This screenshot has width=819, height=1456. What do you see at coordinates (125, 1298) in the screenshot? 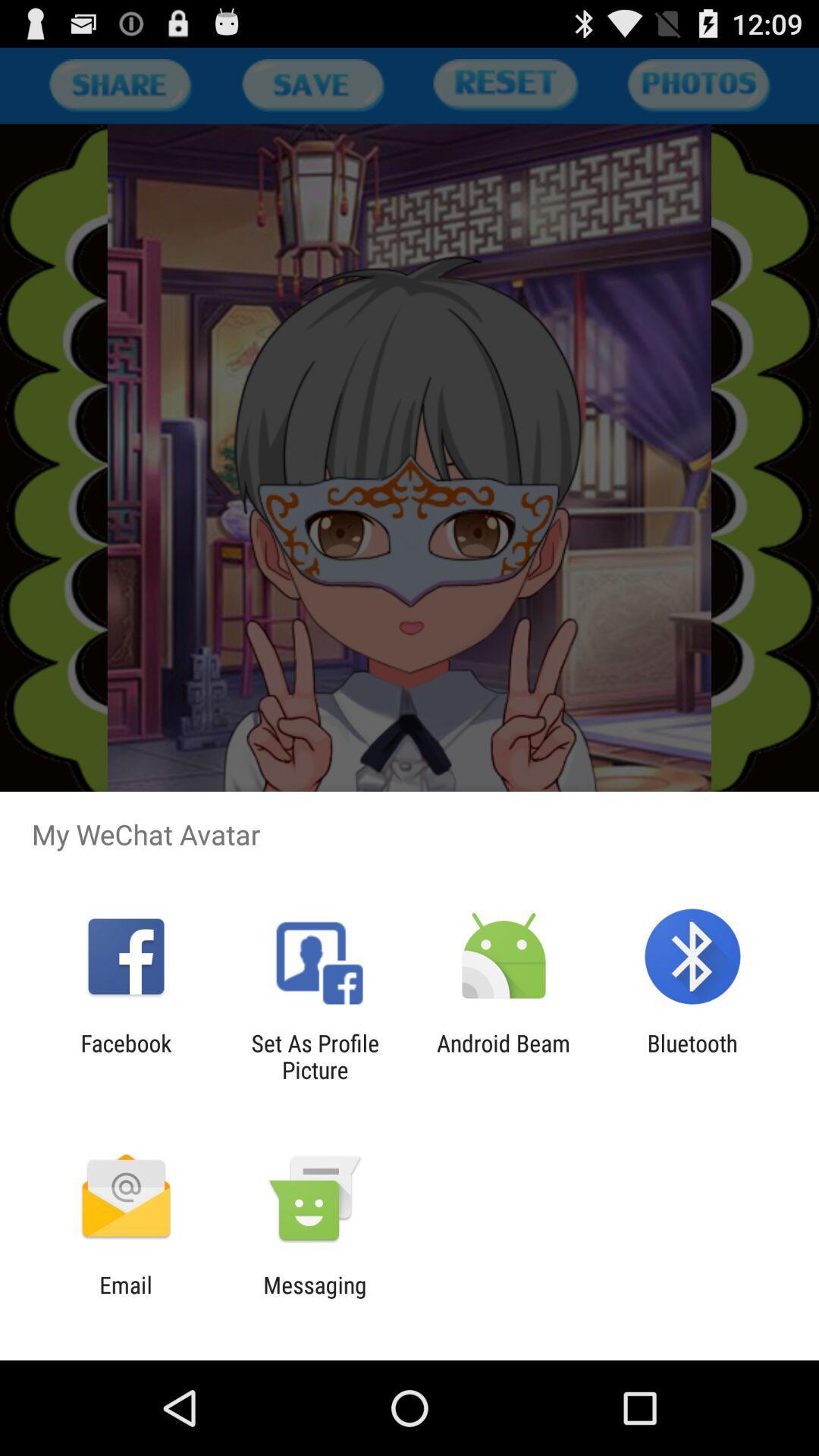
I see `item to the left of messaging item` at bounding box center [125, 1298].